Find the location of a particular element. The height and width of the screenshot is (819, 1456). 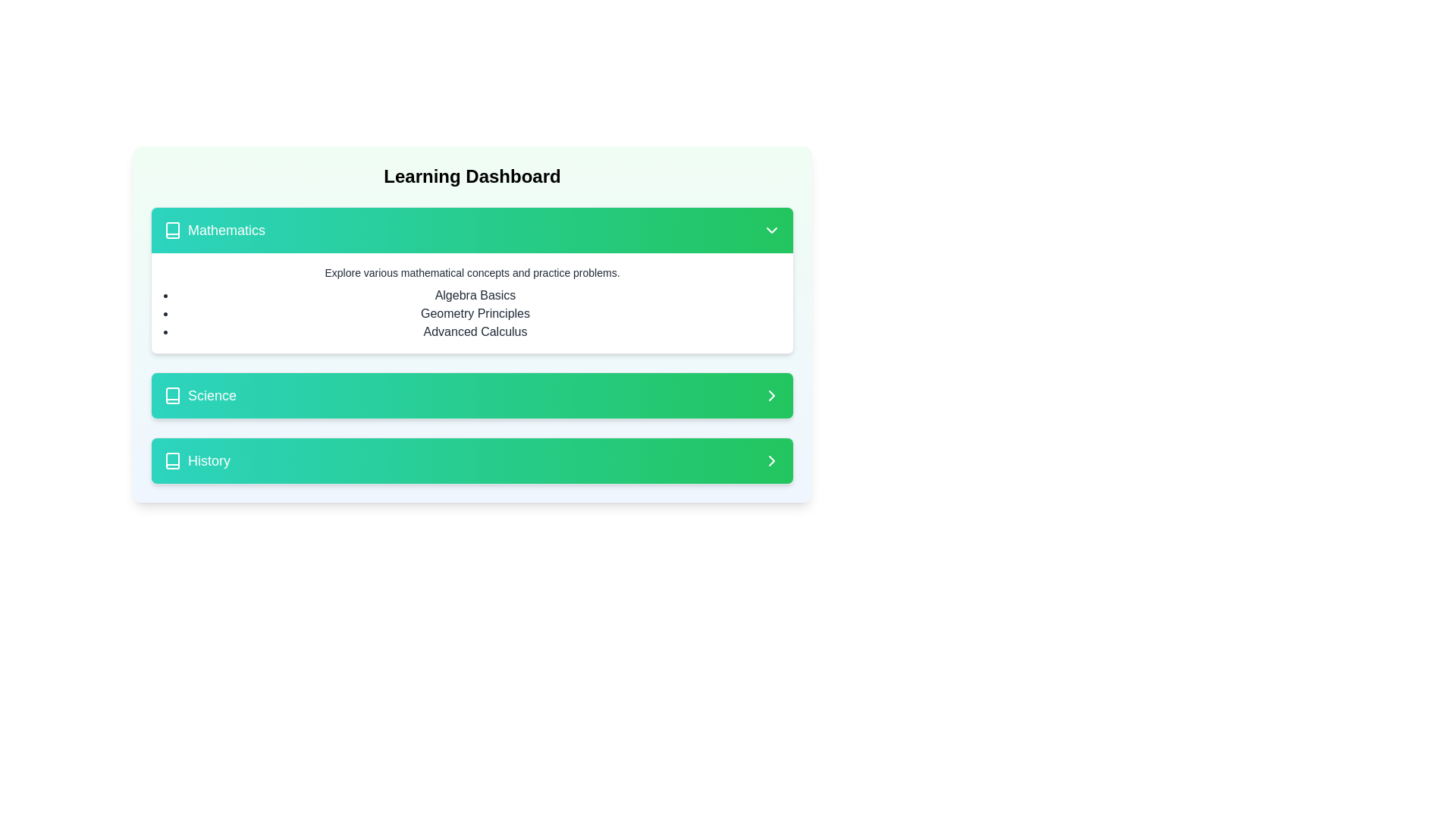

the Chevron Right icon, which is a simple arrow icon pointing to the right, located in the 'History' section of the interface is located at coordinates (771, 460).